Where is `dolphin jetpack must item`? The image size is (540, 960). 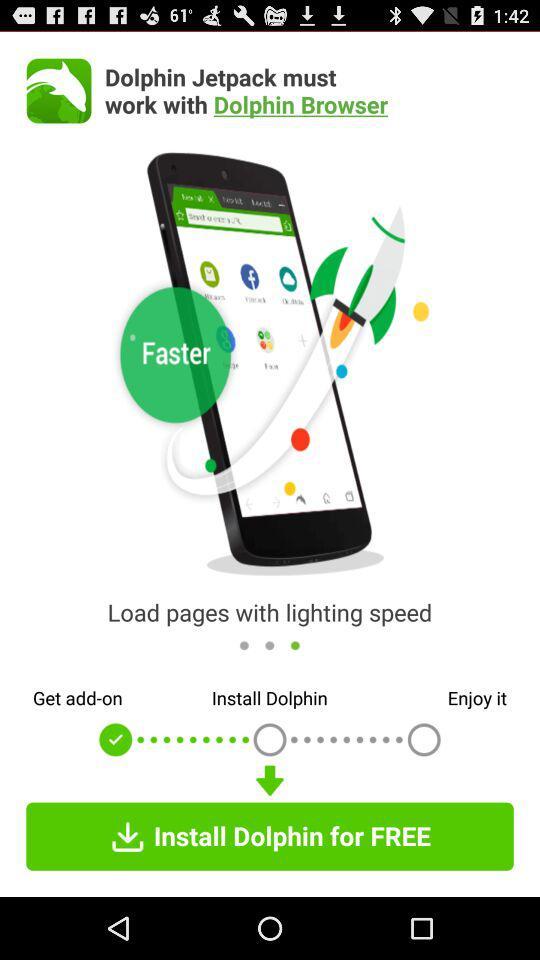 dolphin jetpack must item is located at coordinates (309, 90).